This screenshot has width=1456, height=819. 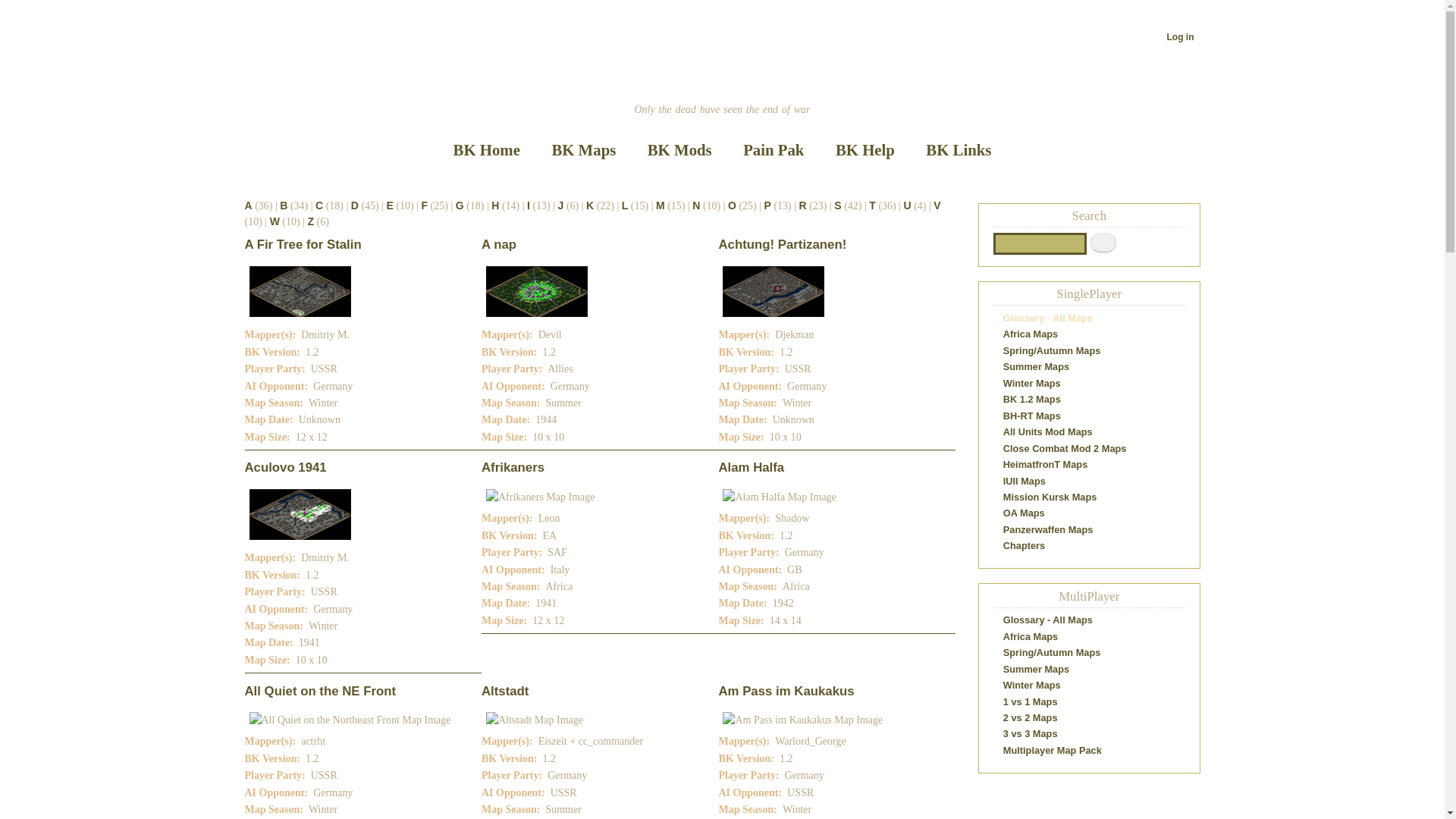 What do you see at coordinates (275, 221) in the screenshot?
I see `'W'` at bounding box center [275, 221].